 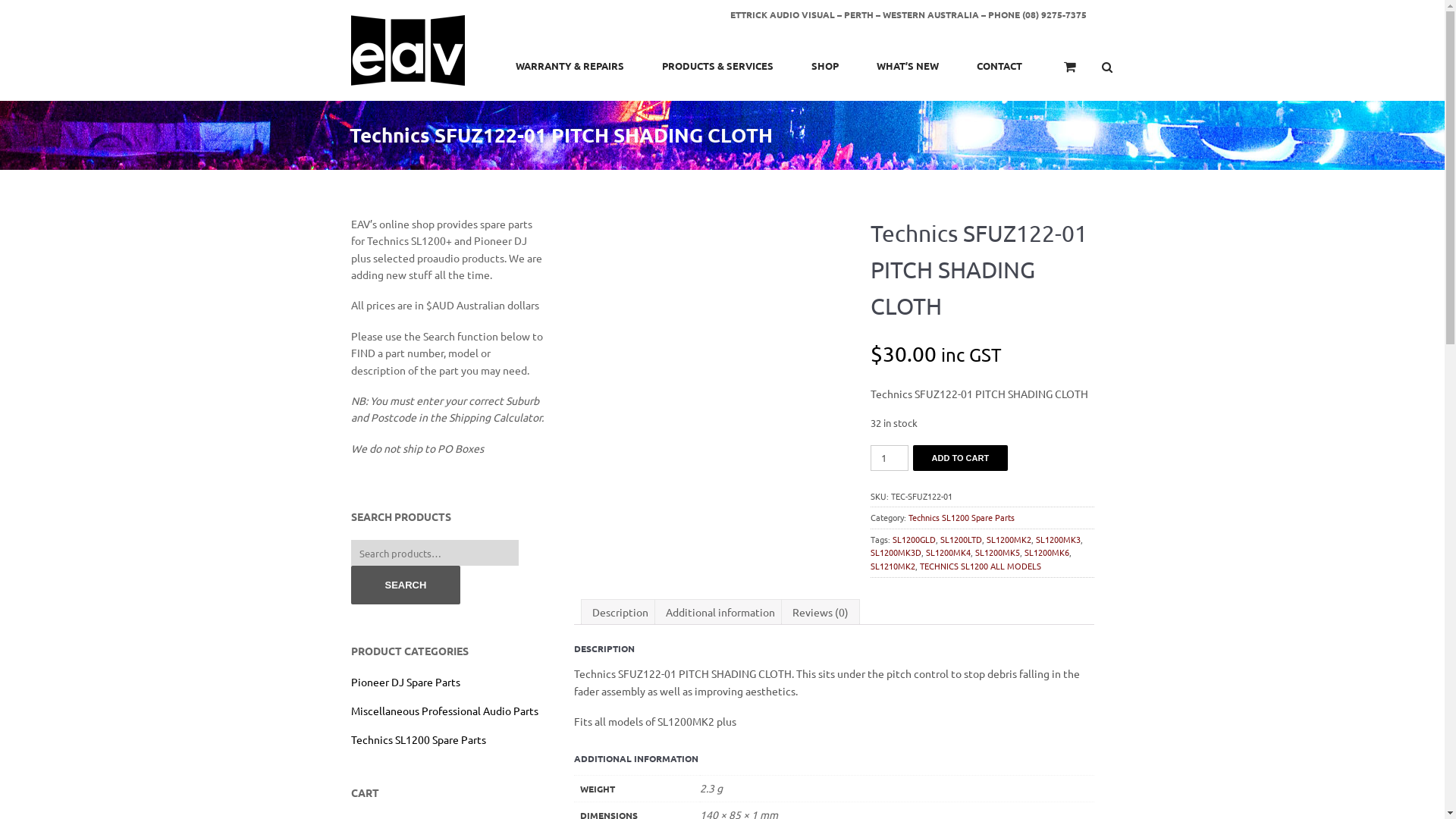 What do you see at coordinates (349, 680) in the screenshot?
I see `'Pioneer DJ Spare Parts'` at bounding box center [349, 680].